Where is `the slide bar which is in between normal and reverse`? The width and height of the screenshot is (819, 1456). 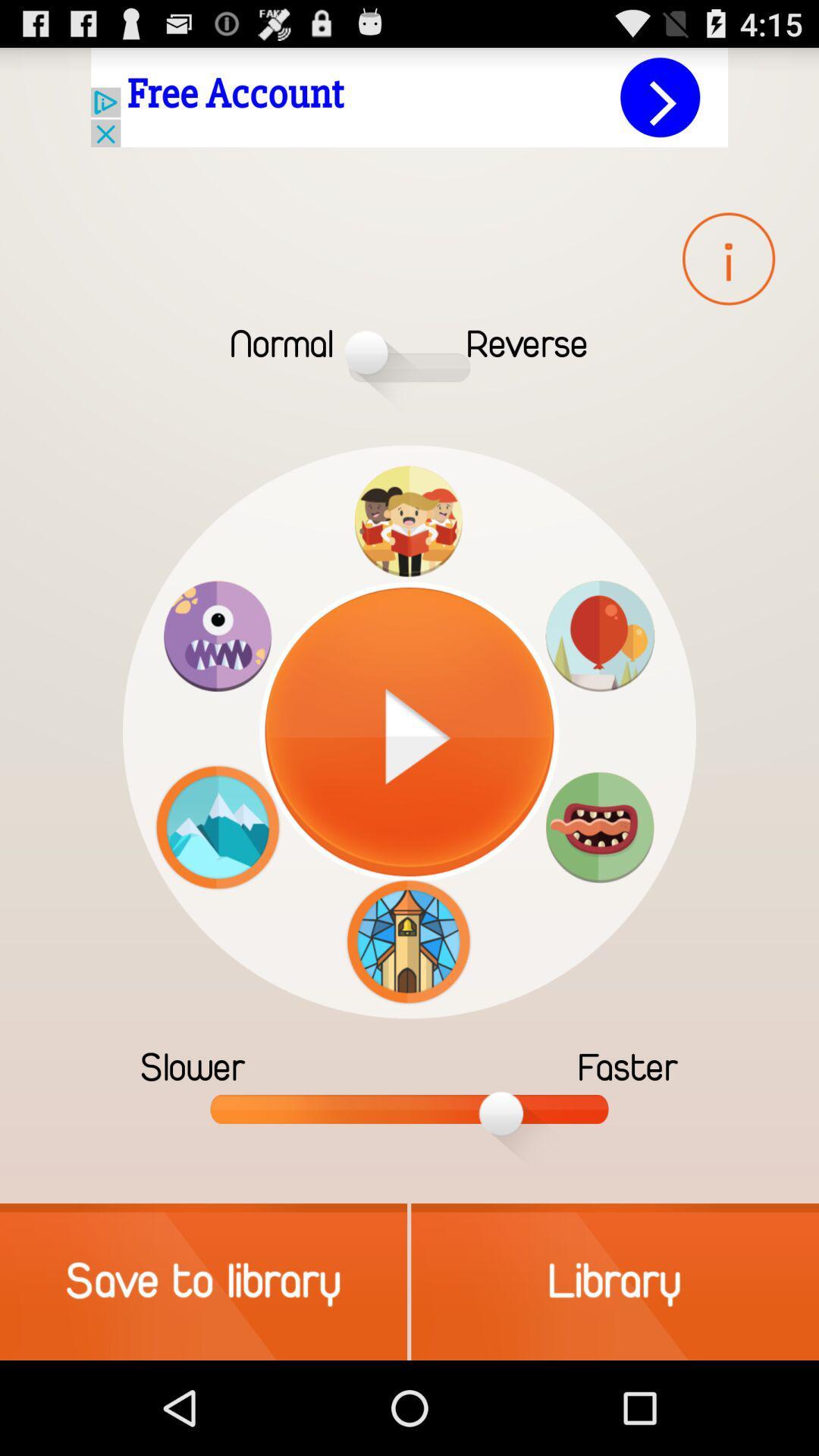 the slide bar which is in between normal and reverse is located at coordinates (409, 351).